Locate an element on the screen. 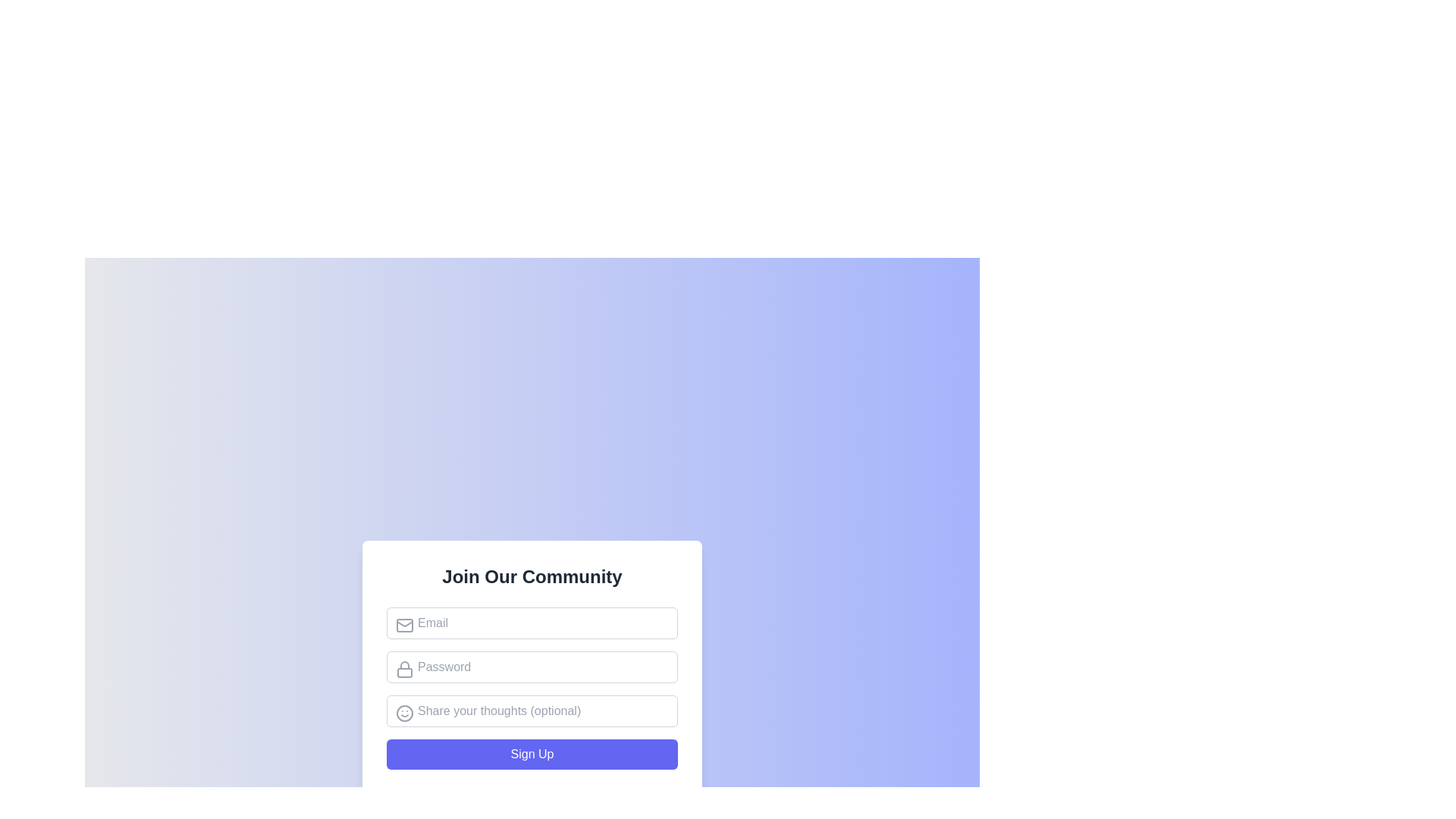 This screenshot has width=1456, height=819. the Decorative lock icon located at the top left inside the 'Password' input field, which is styled with a gray color and modern lines is located at coordinates (404, 669).